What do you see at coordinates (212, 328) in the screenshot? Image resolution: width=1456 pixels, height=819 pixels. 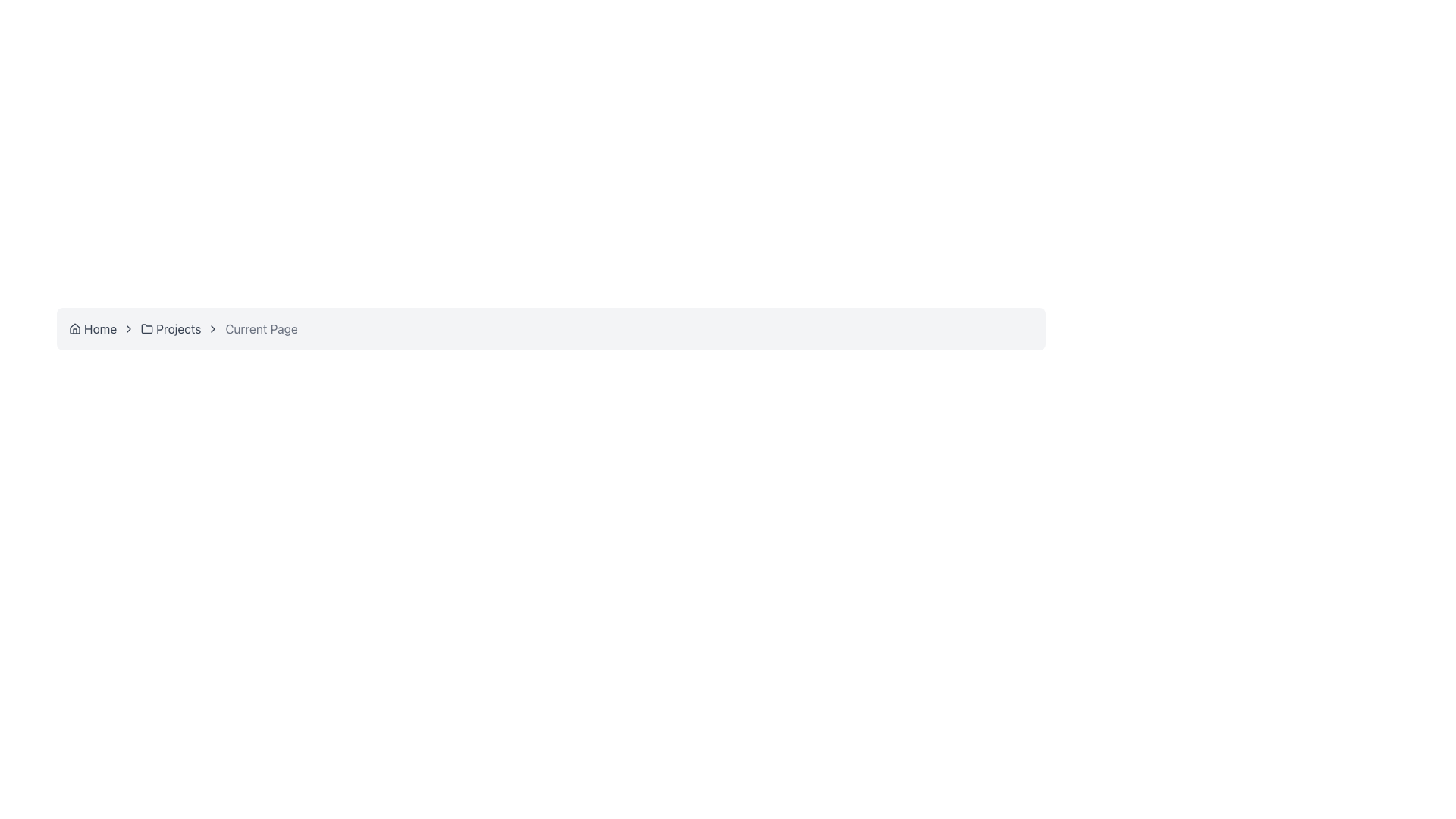 I see `the third chevron icon in the breadcrumb navigation, which visually indicates the separation between 'Projects' and 'Current Page'` at bounding box center [212, 328].